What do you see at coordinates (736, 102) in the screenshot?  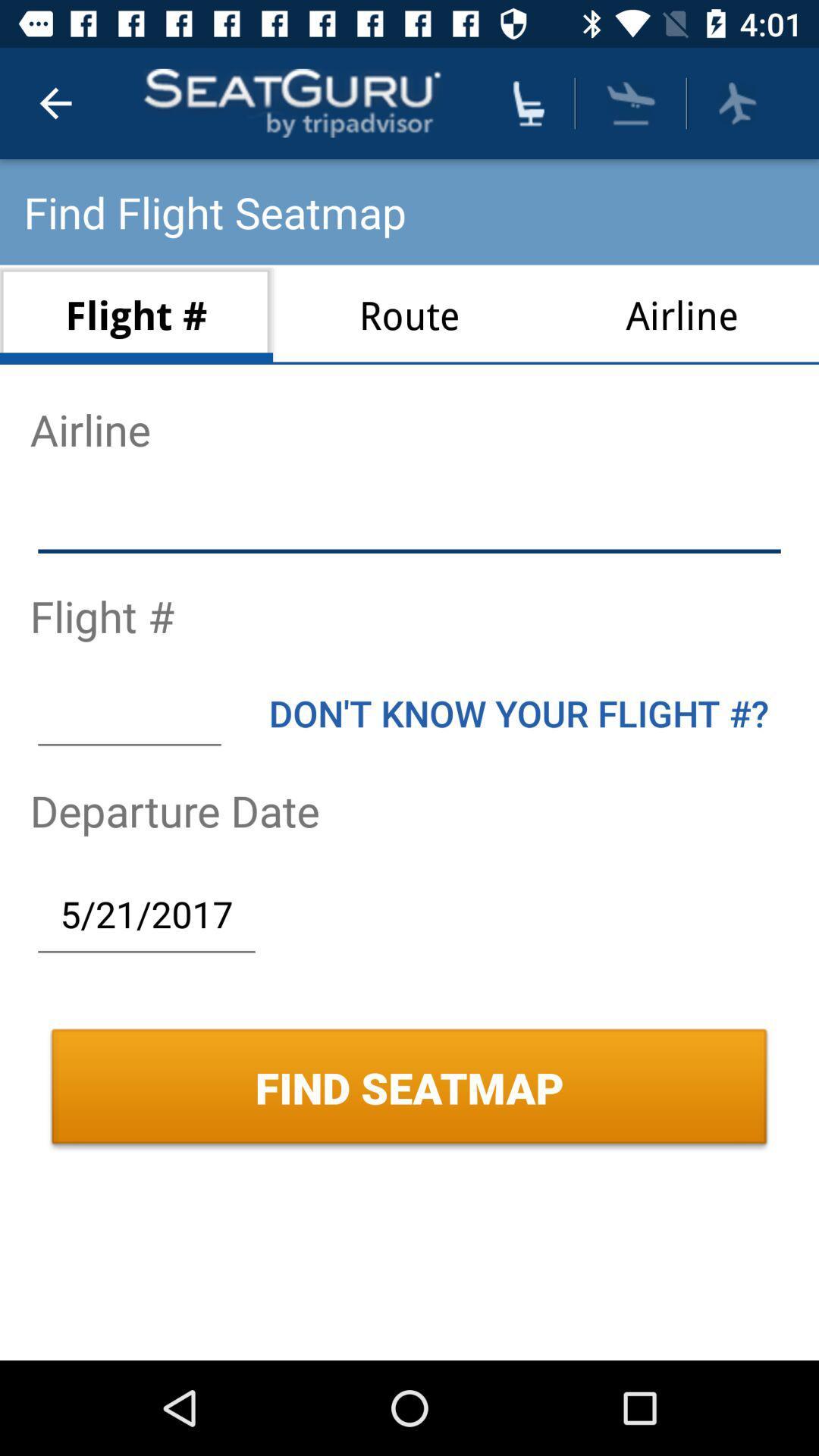 I see `to select flights toggle to flight search` at bounding box center [736, 102].